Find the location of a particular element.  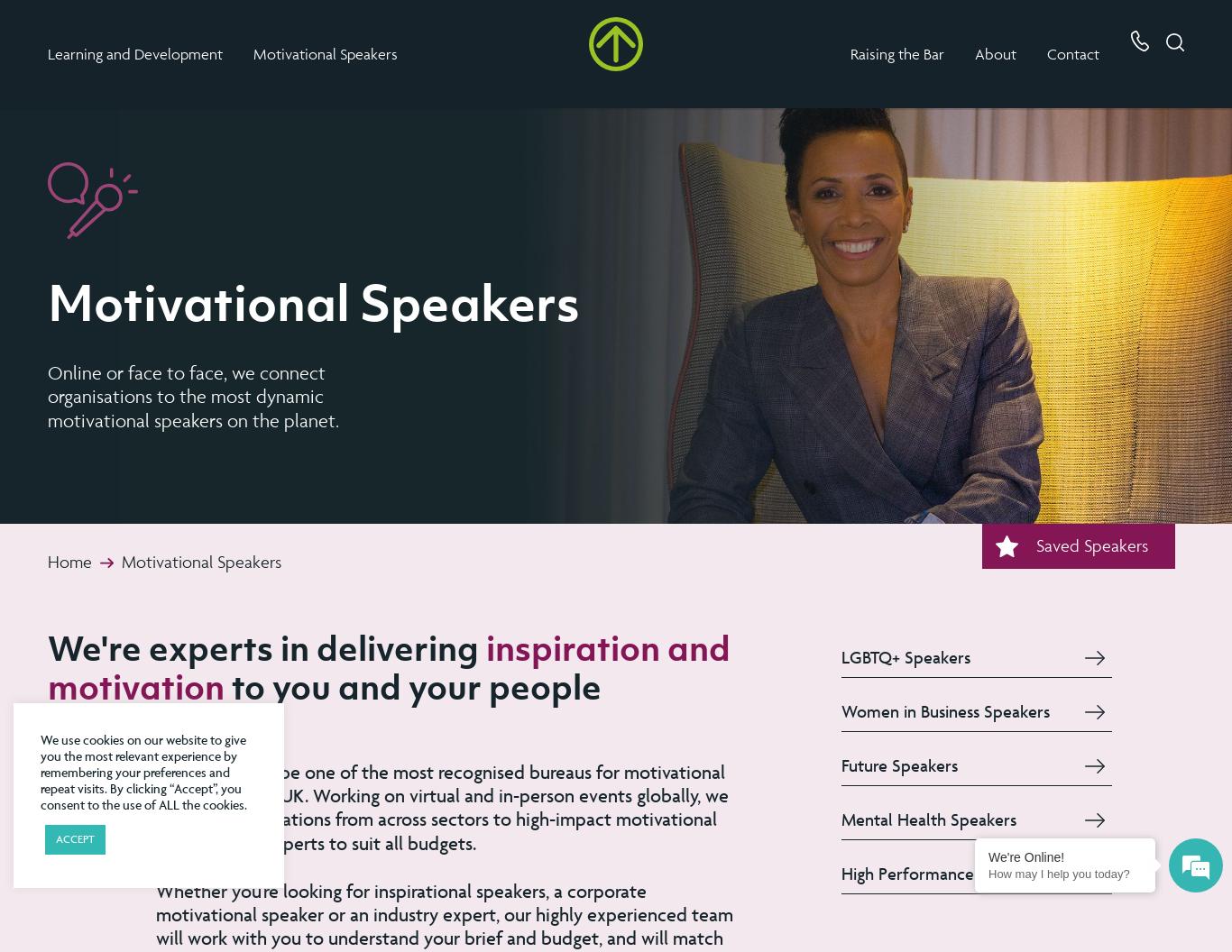

'About' is located at coordinates (995, 53).